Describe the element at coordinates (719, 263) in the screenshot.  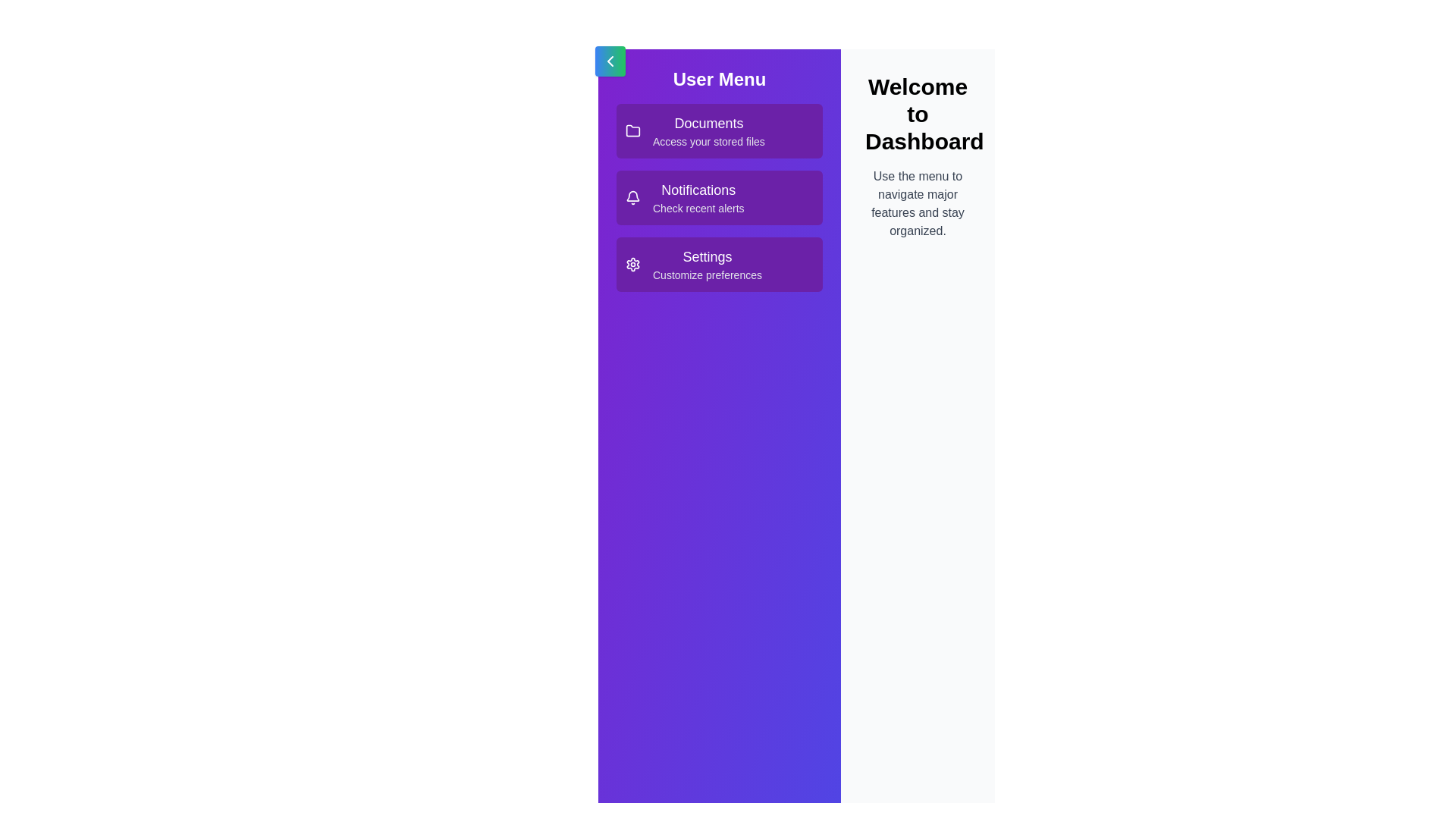
I see `the menu item Settings to navigate to its corresponding section` at that location.